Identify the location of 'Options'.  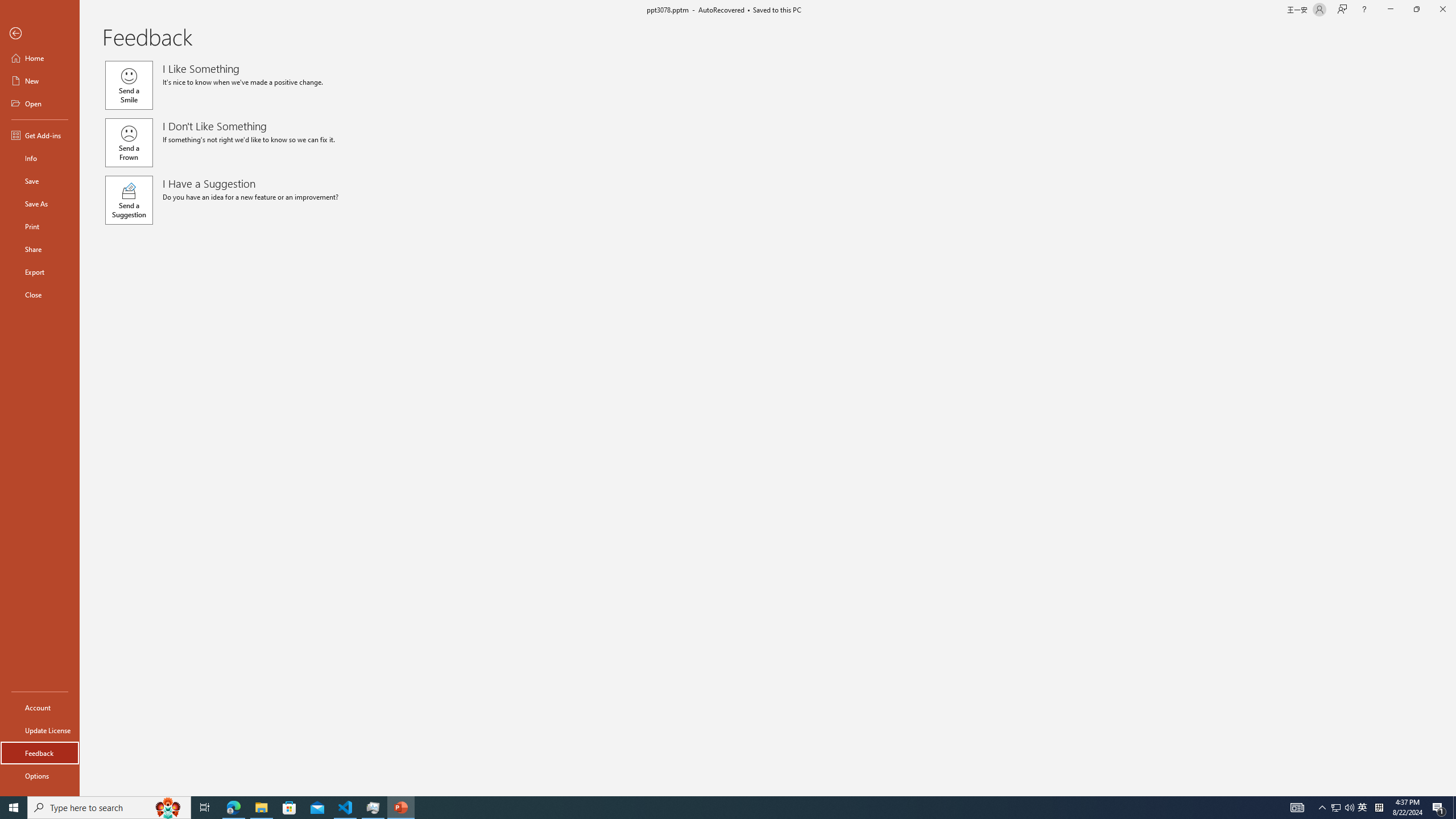
(39, 775).